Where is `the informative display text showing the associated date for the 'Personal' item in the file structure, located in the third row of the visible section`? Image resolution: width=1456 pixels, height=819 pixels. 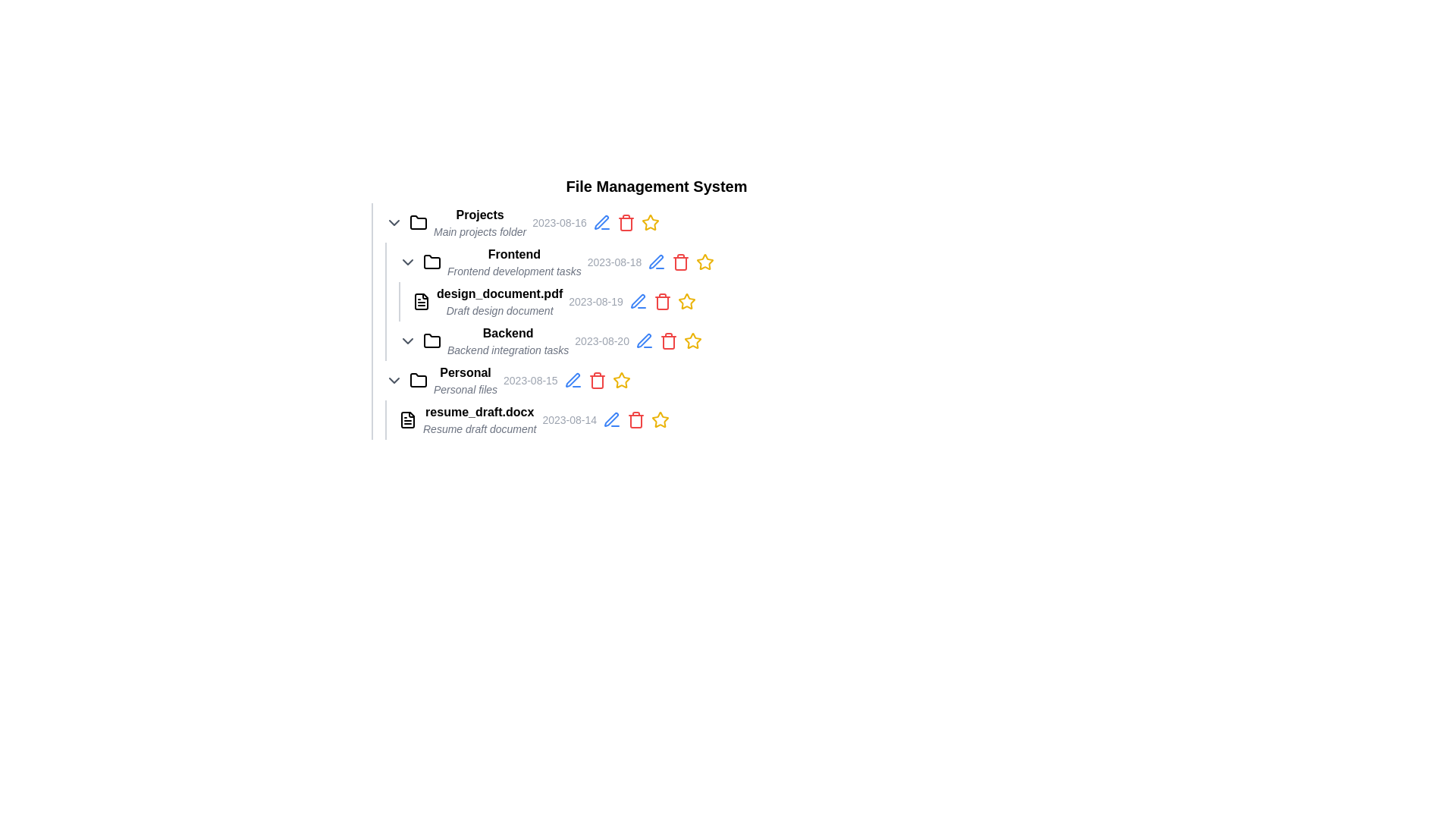
the informative display text showing the associated date for the 'Personal' item in the file structure, located in the third row of the visible section is located at coordinates (530, 379).